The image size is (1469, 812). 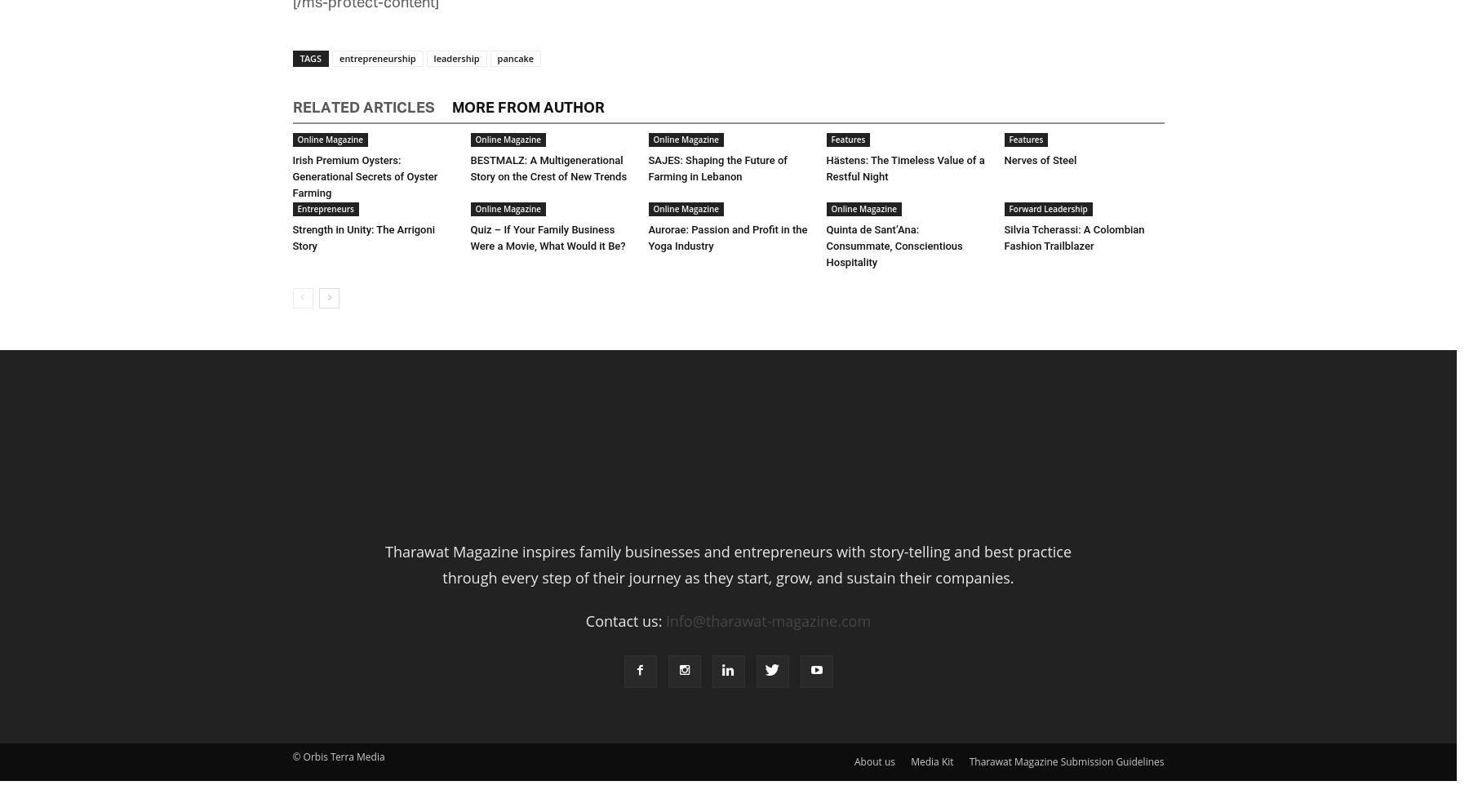 I want to click on 'info@tharawat-magazine.com', so click(x=767, y=619).